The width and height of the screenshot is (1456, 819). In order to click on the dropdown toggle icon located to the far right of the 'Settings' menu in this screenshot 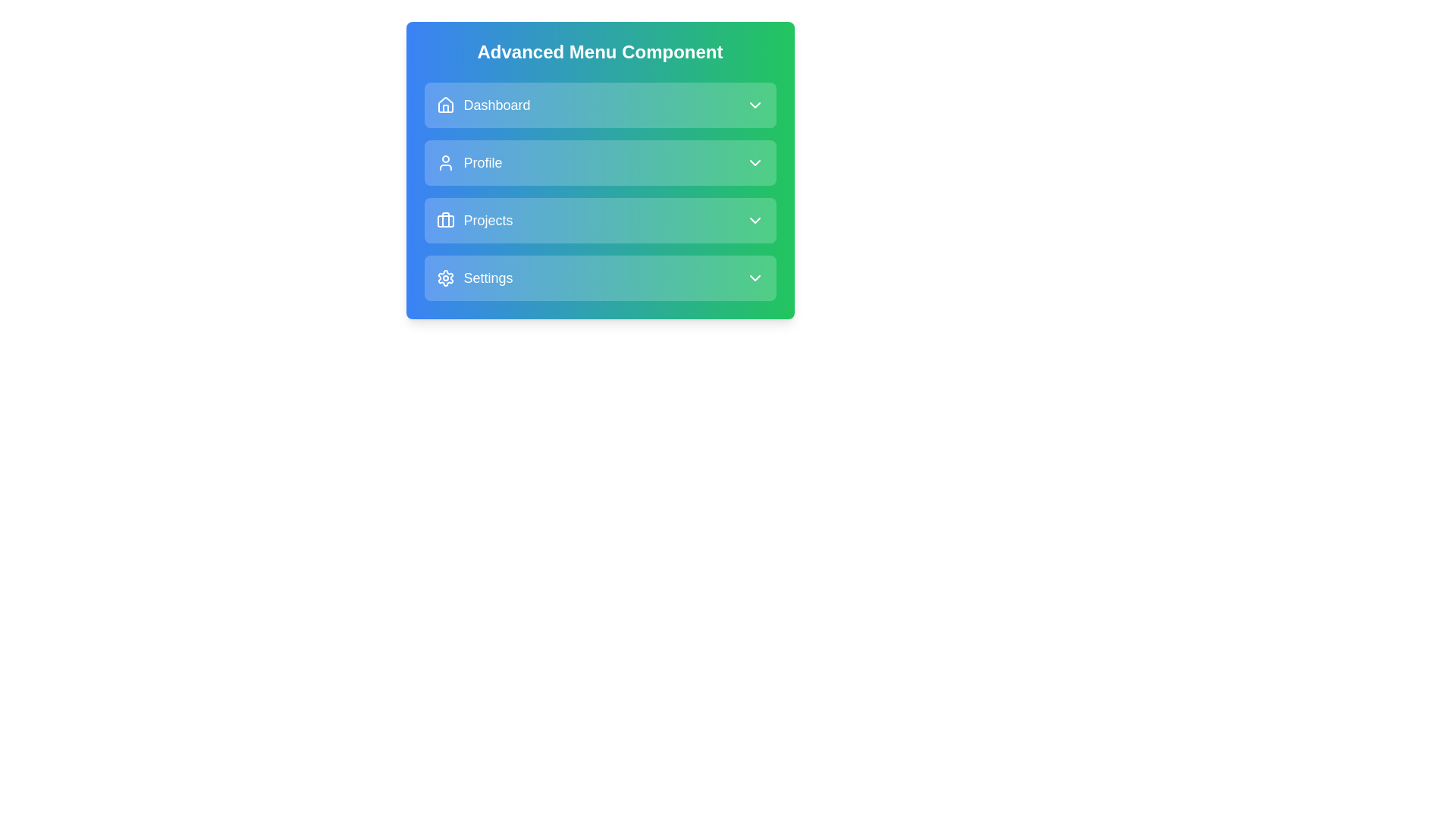, I will do `click(755, 278)`.